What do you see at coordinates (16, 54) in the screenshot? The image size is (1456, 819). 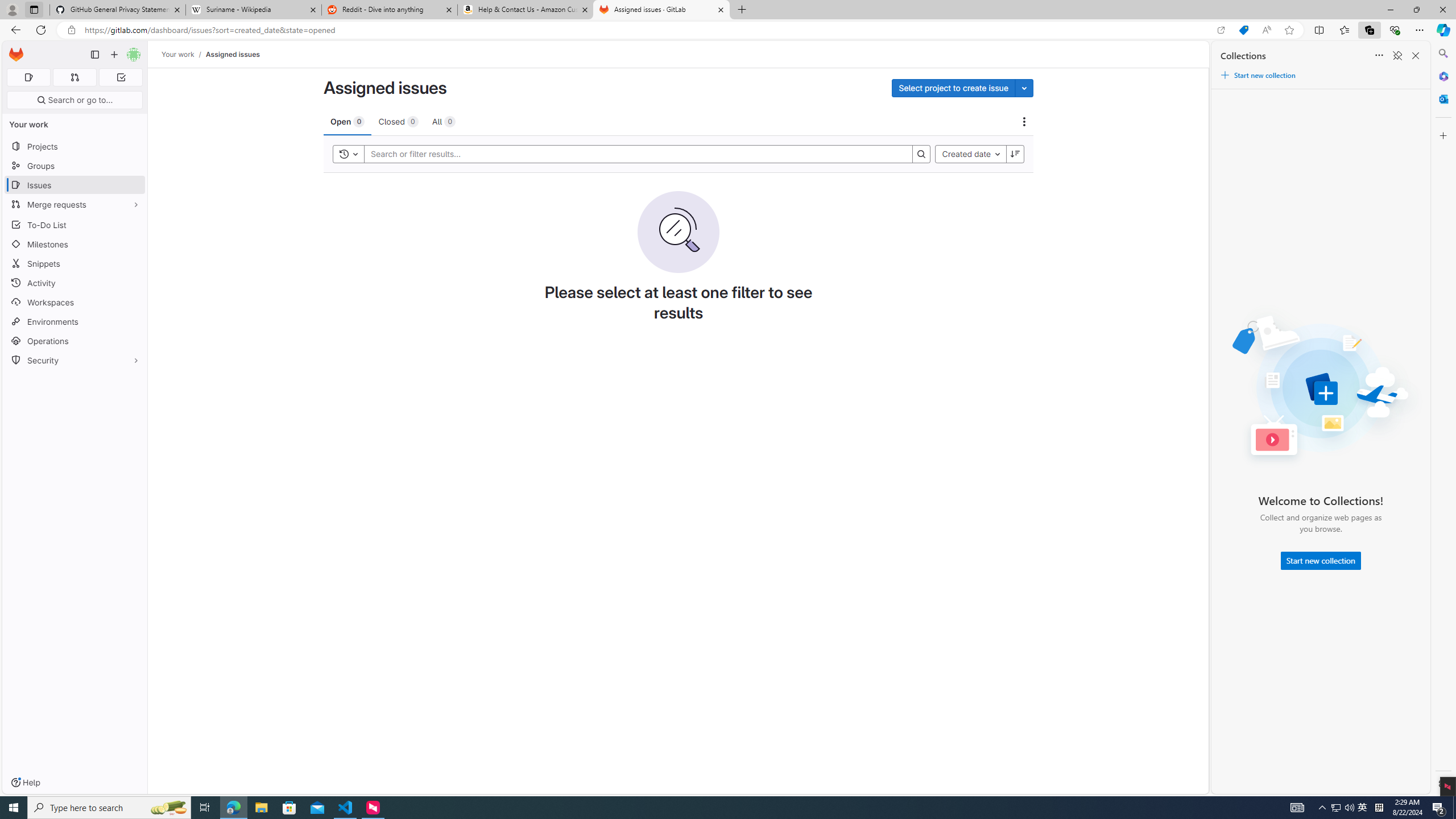 I see `'Homepage'` at bounding box center [16, 54].